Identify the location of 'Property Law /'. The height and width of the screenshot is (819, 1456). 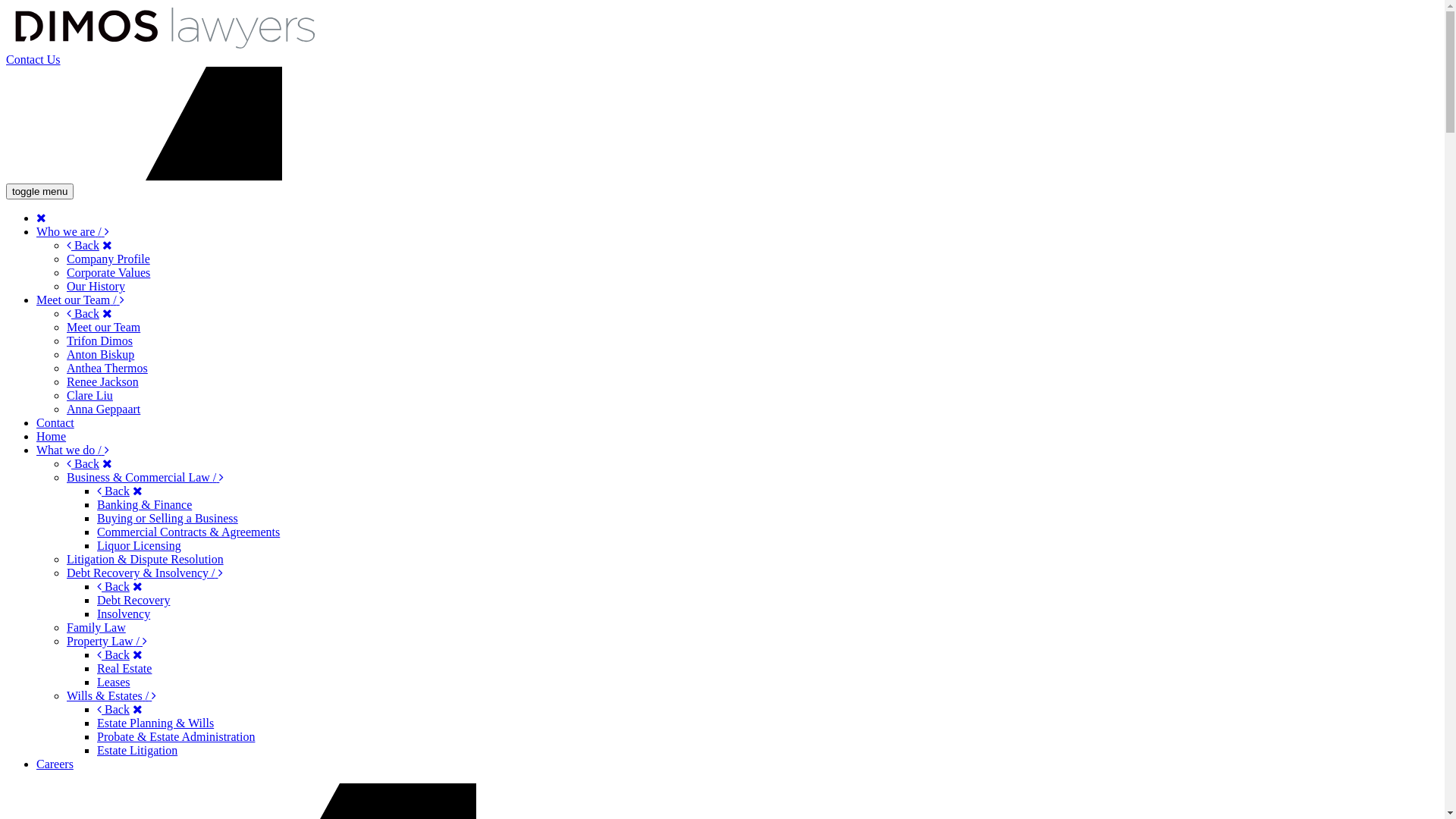
(105, 641).